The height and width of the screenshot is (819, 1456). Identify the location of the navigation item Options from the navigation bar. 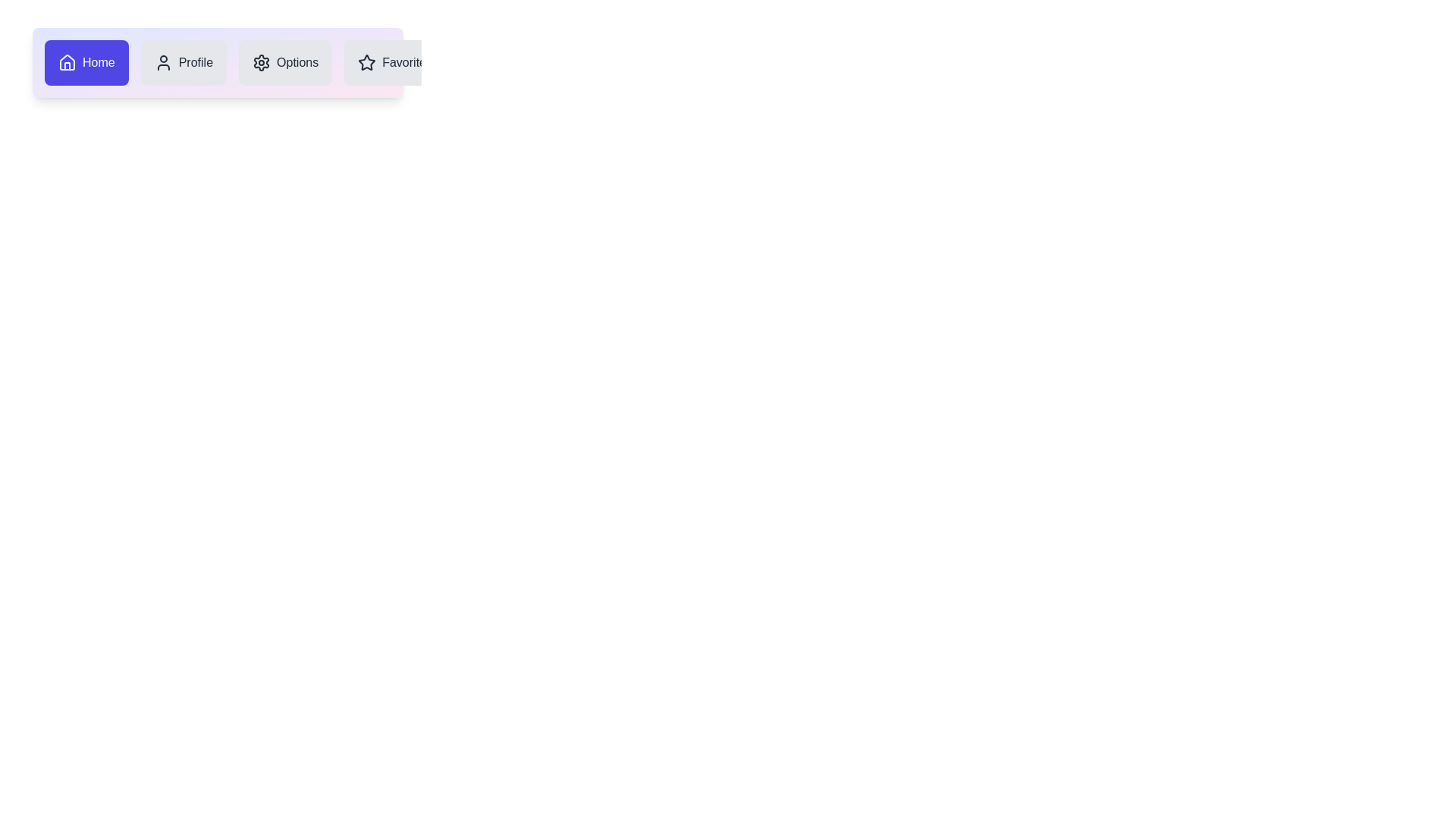
(284, 62).